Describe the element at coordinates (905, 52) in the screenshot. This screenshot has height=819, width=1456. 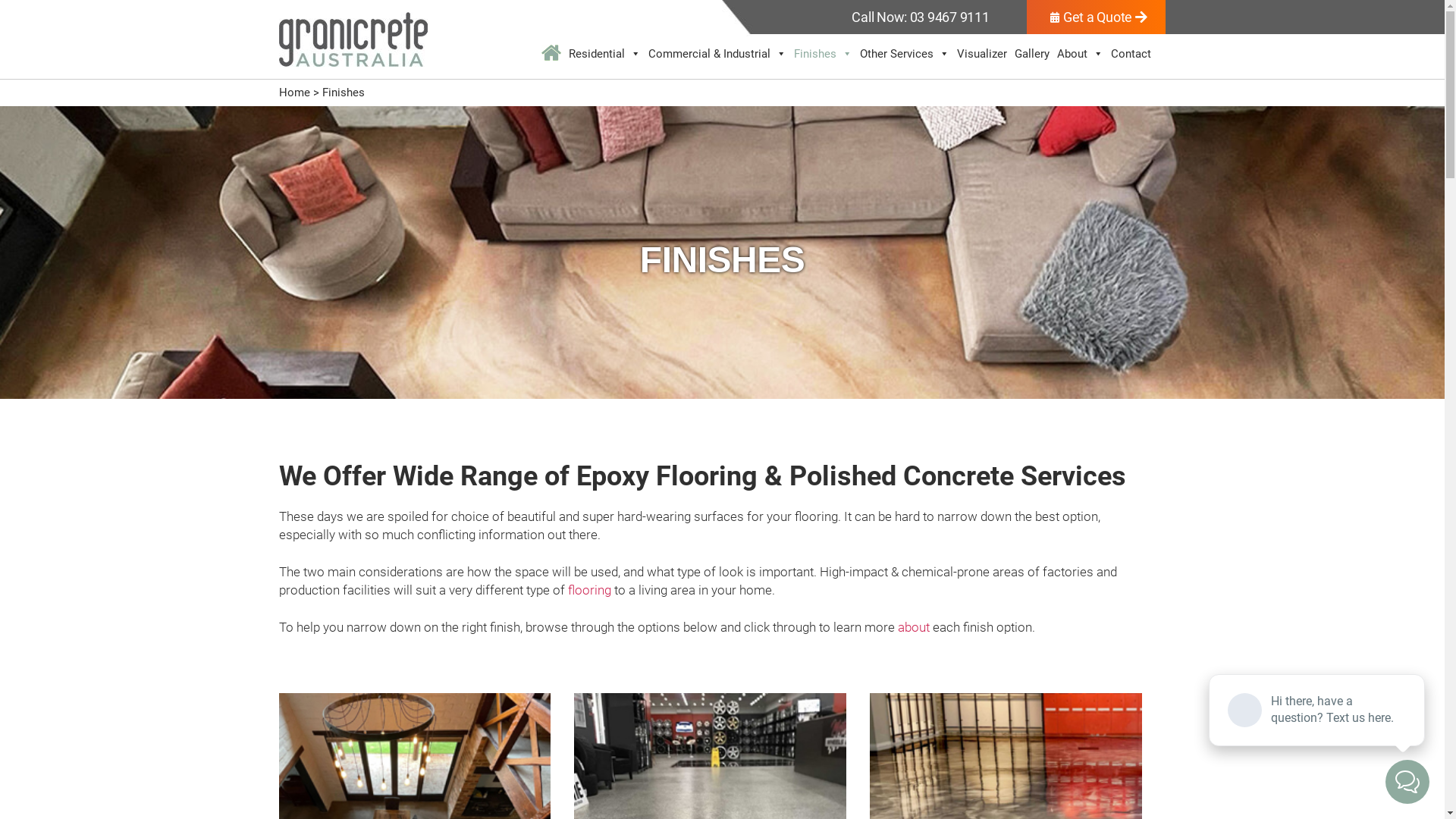
I see `'Other Services'` at that location.